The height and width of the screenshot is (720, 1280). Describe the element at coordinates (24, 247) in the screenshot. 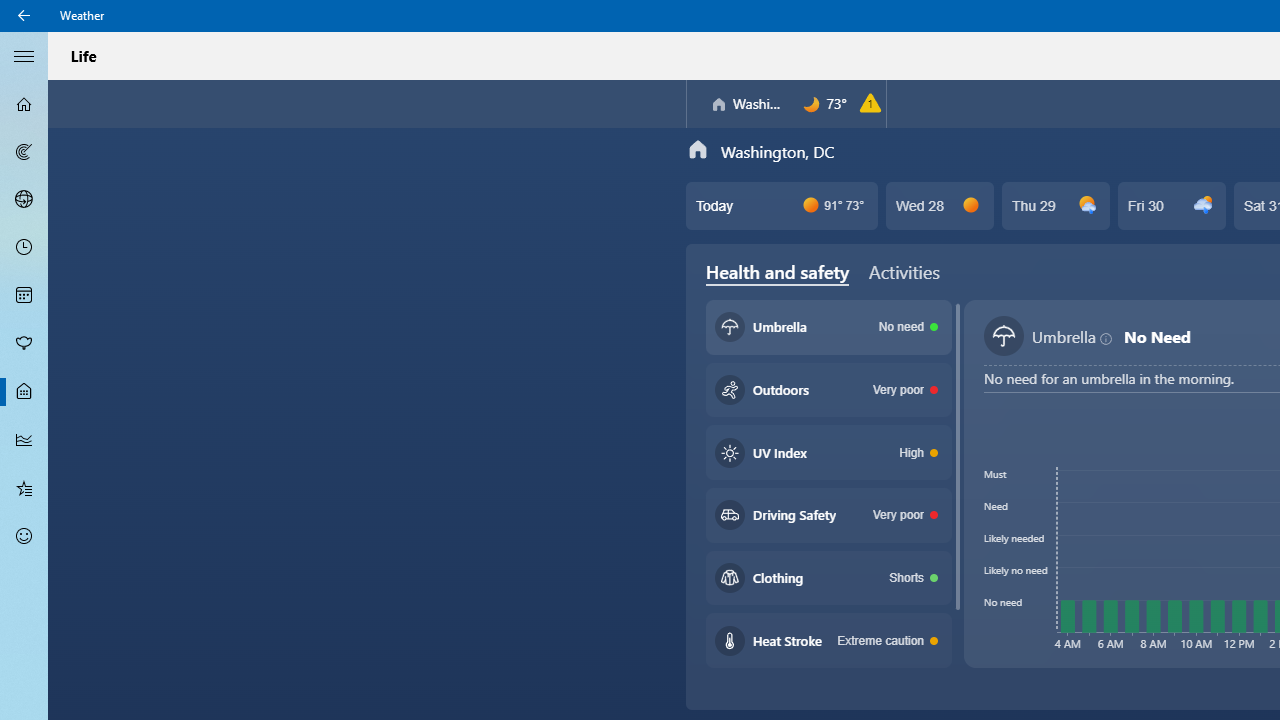

I see `'Hourly Forecast - Not Selected'` at that location.